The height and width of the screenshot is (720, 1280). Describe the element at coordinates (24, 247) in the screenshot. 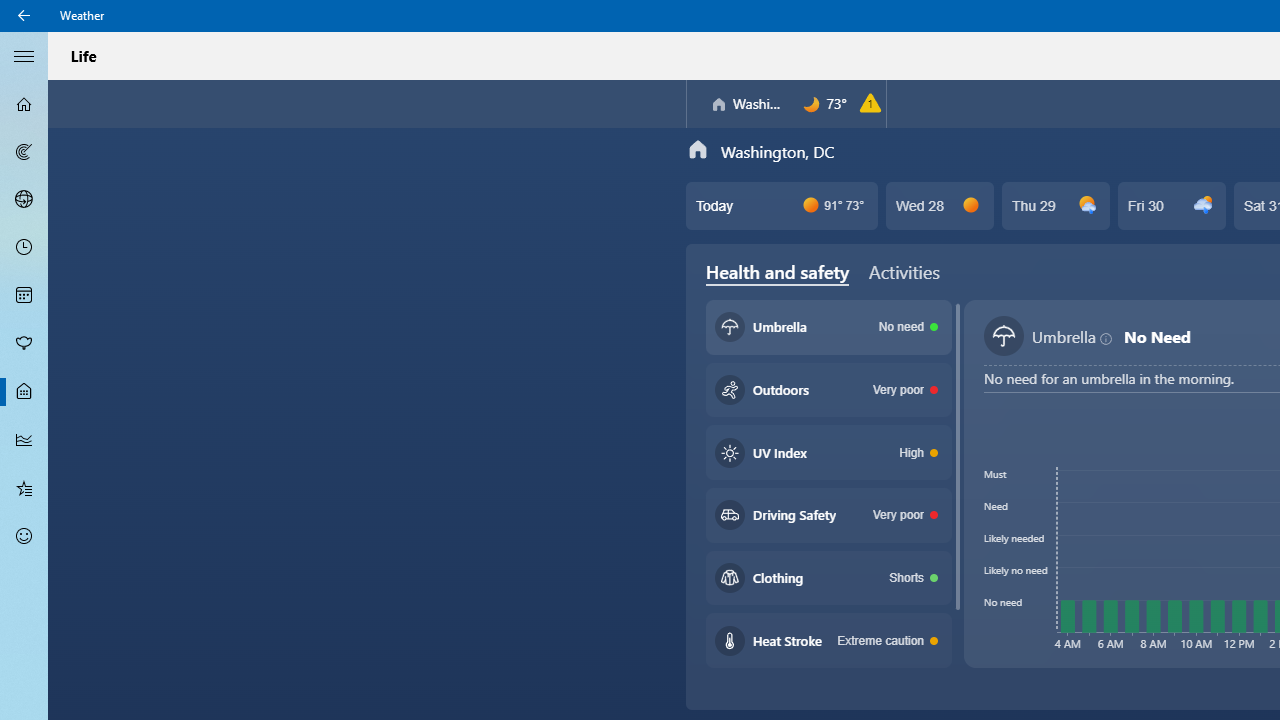

I see `'Hourly Forecast - Not Selected'` at that location.